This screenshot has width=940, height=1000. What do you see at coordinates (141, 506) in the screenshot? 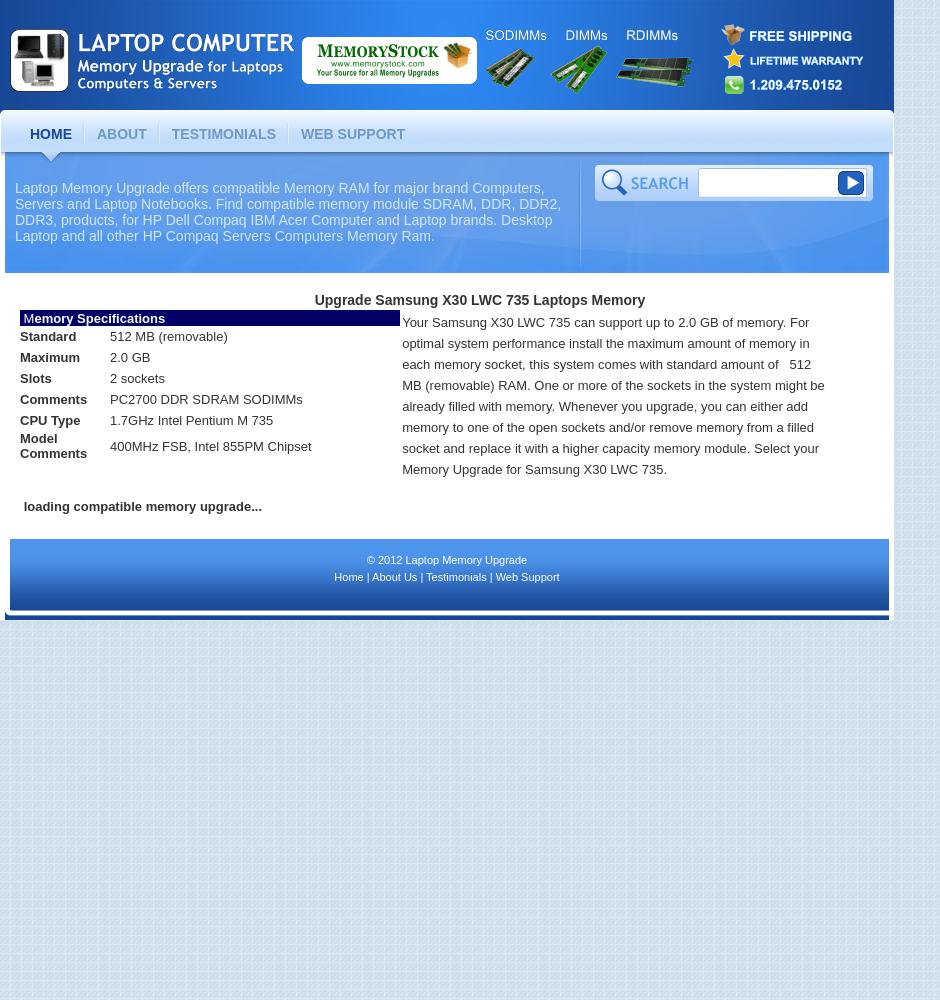
I see `'loading compatible memory upgrade...'` at bounding box center [141, 506].